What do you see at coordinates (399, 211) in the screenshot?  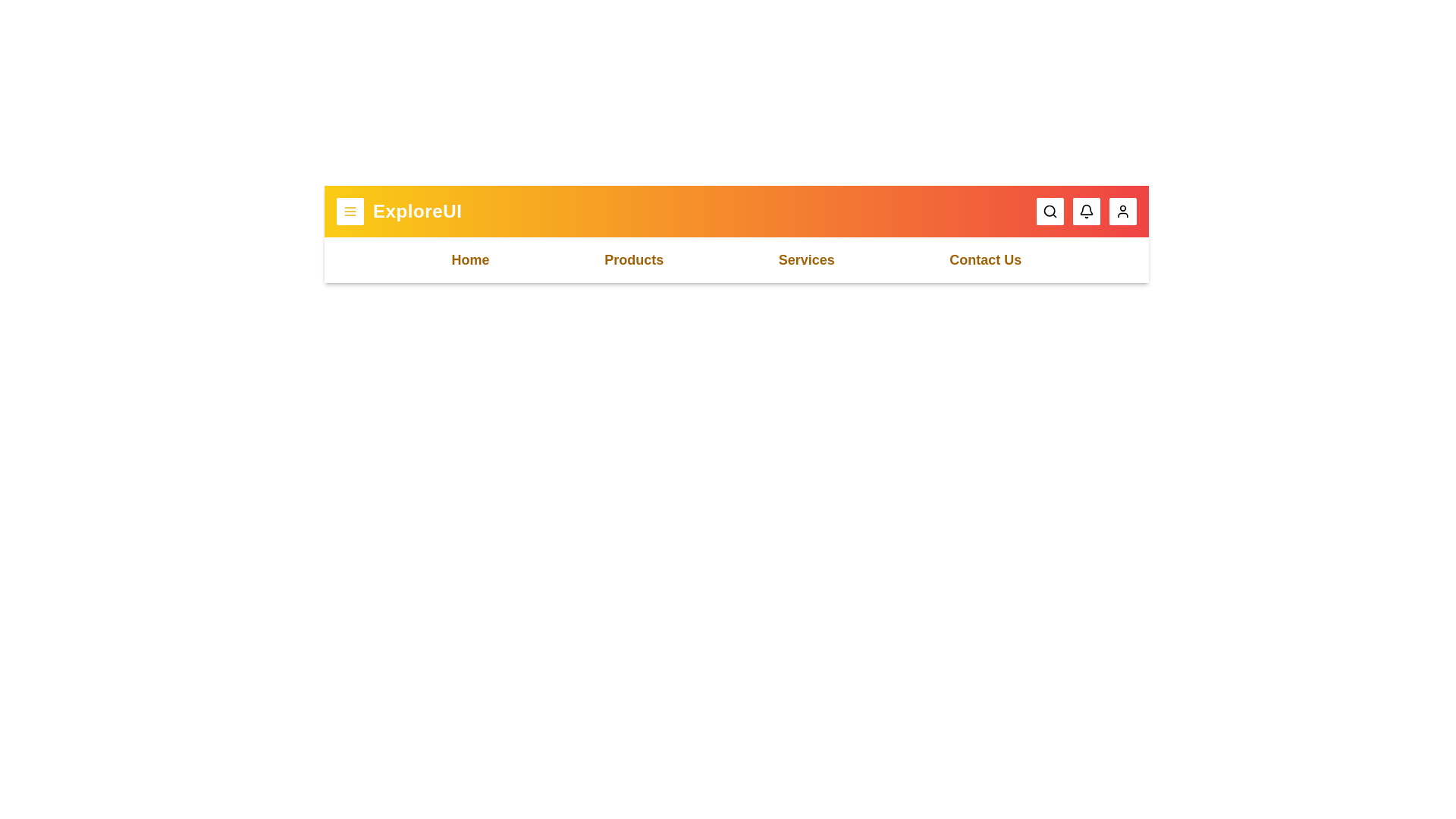 I see `the 'ExploreUI' text to select it` at bounding box center [399, 211].